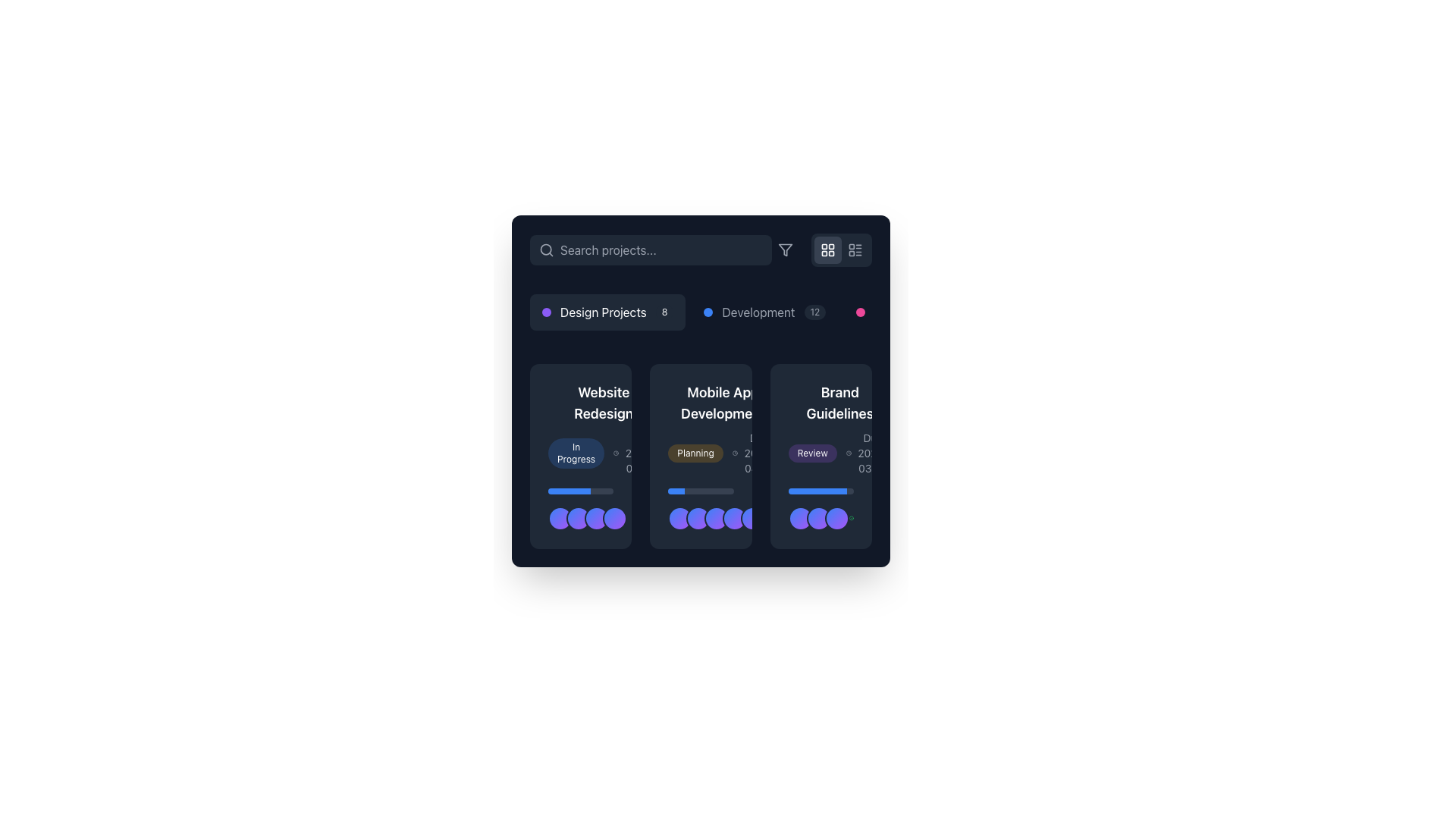  Describe the element at coordinates (615, 517) in the screenshot. I see `the fourth circle from the left in a row of similar circular elements located at the bottom part of the third card from the left in a grid of three cards` at that location.